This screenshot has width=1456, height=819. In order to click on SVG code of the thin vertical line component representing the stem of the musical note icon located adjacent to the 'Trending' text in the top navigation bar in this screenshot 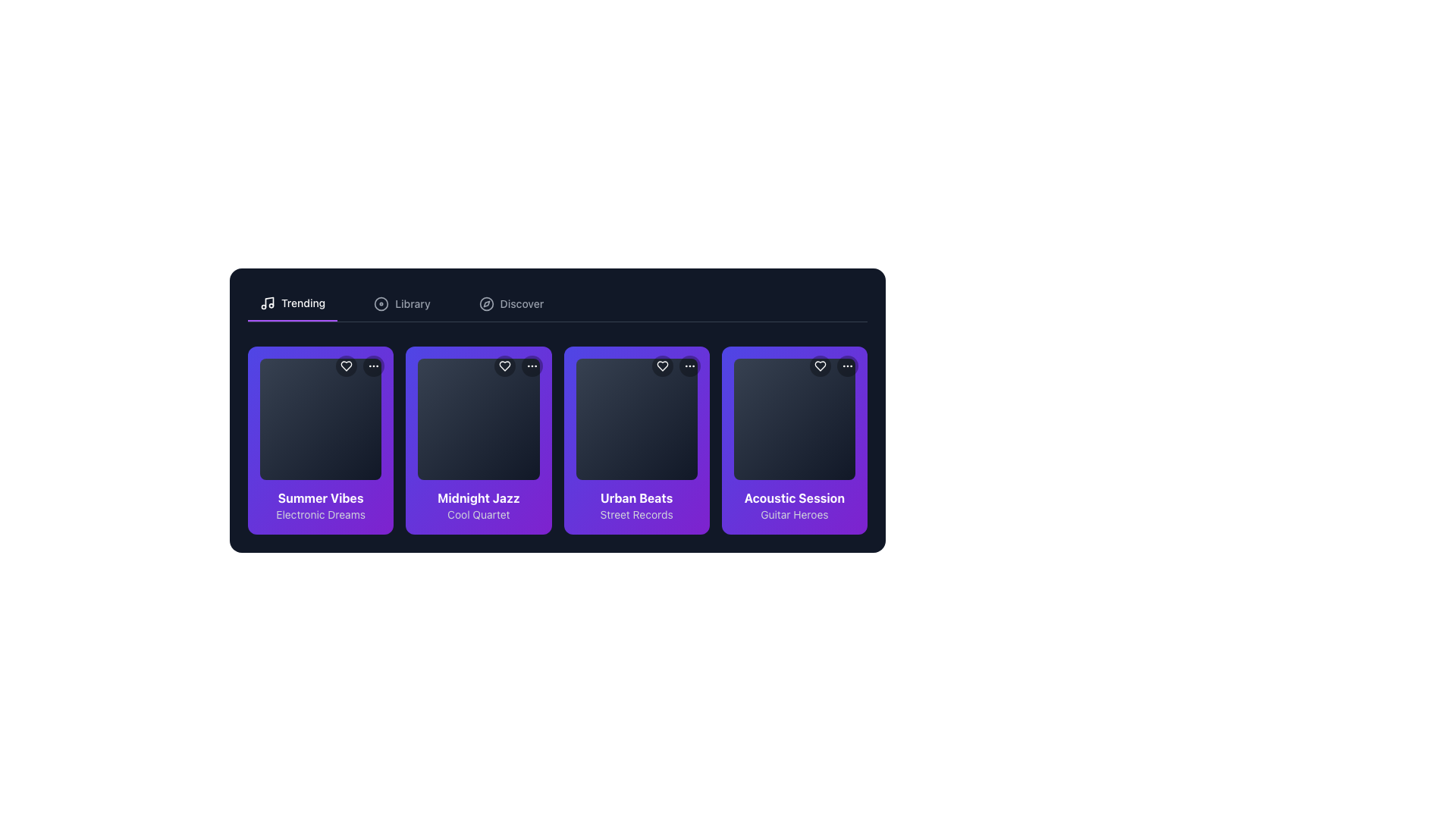, I will do `click(269, 302)`.